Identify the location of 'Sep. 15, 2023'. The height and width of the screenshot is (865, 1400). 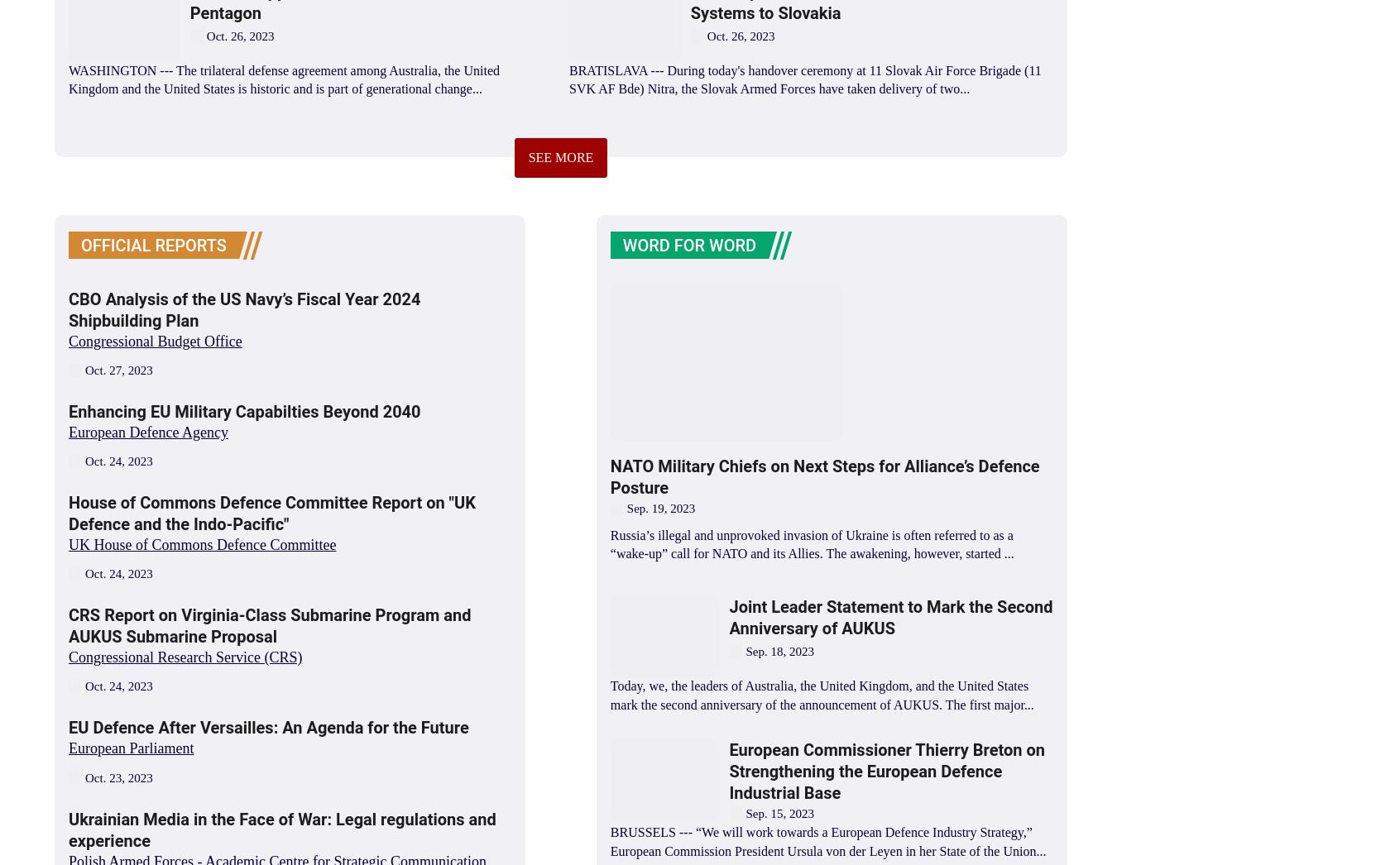
(779, 812).